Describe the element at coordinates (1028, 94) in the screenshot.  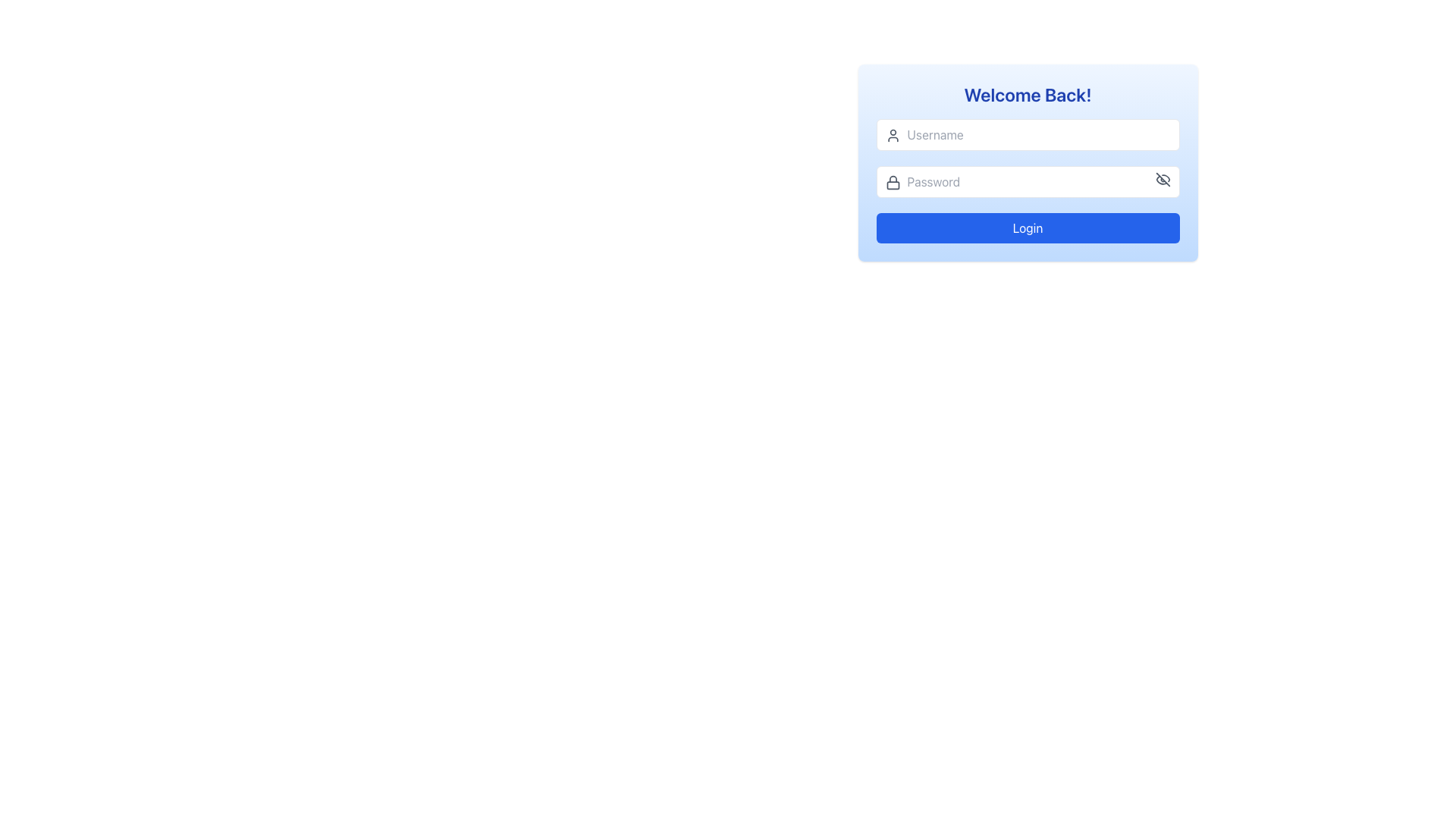
I see `the text element displaying 'Welcome Back!' in a bold, large blue font, located at the top of a centered panel` at that location.